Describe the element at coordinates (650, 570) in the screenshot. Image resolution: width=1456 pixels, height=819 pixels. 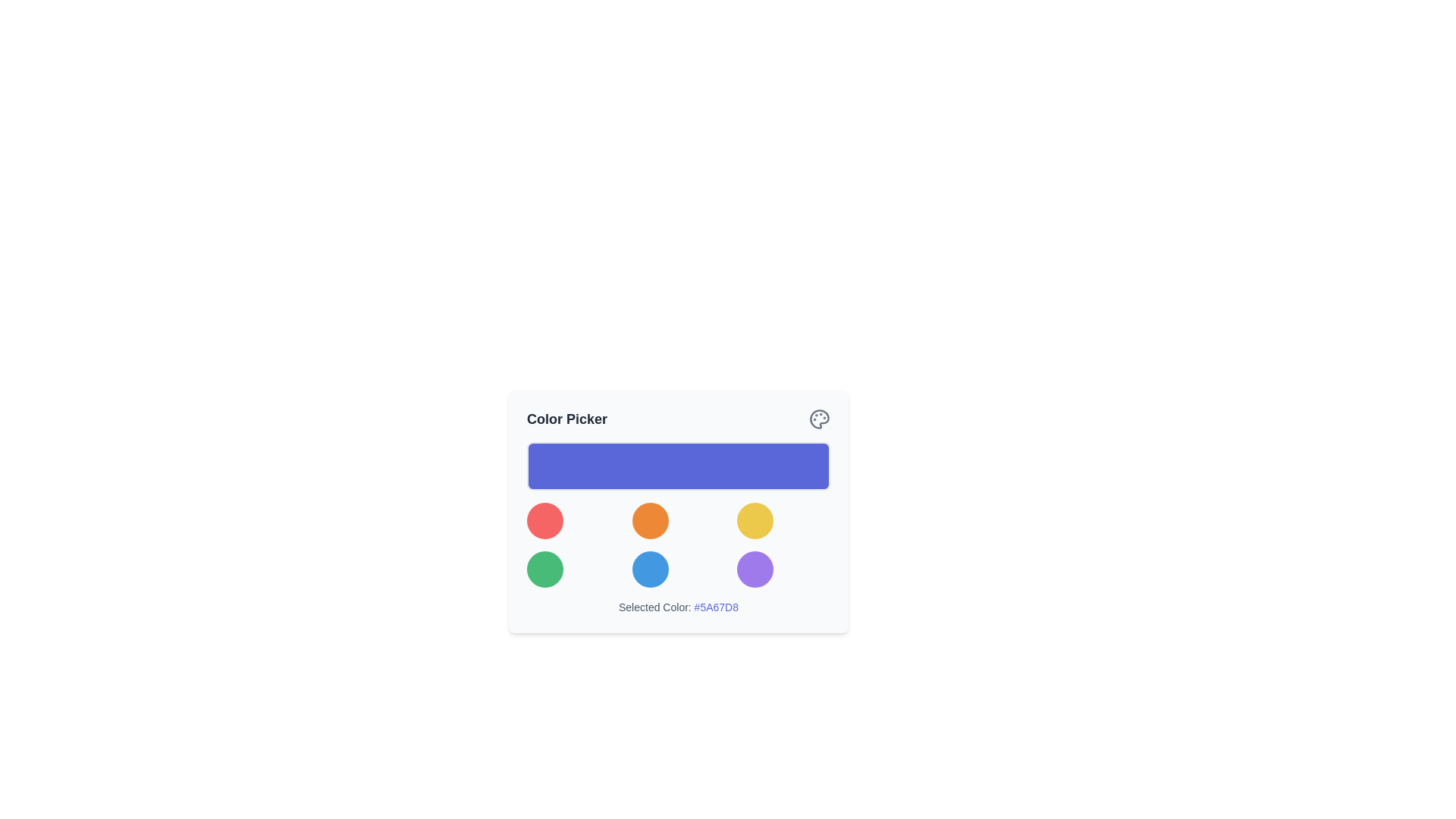
I see `the central button in the bottom row of the 3x2 grid layout in the 'Color Picker' interface` at that location.